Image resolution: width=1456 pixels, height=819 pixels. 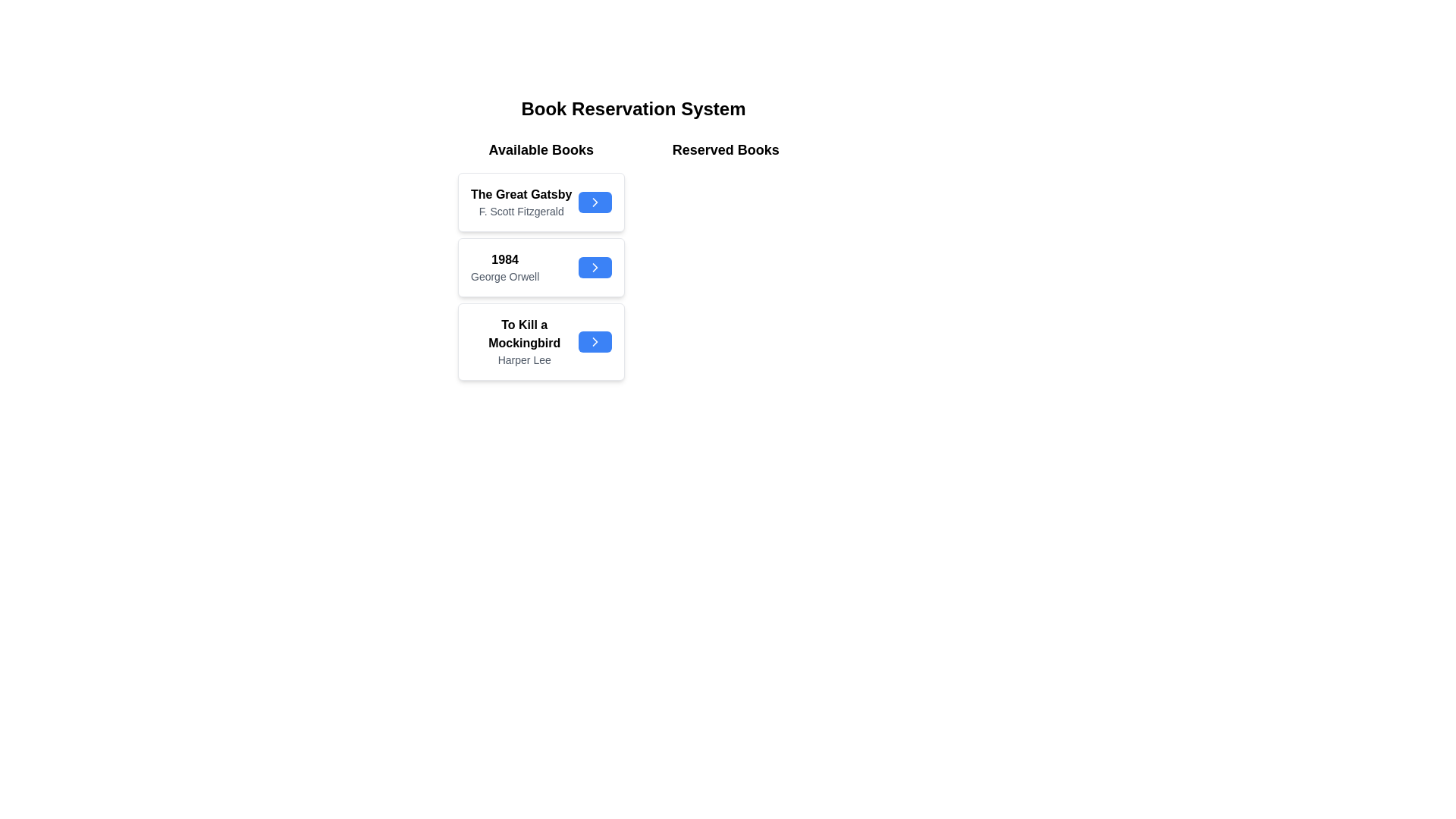 What do you see at coordinates (594, 267) in the screenshot?
I see `the right-pointing chevron icon within the blue circular button in the 'Available Books' list for the book '1984' by George Orwell` at bounding box center [594, 267].